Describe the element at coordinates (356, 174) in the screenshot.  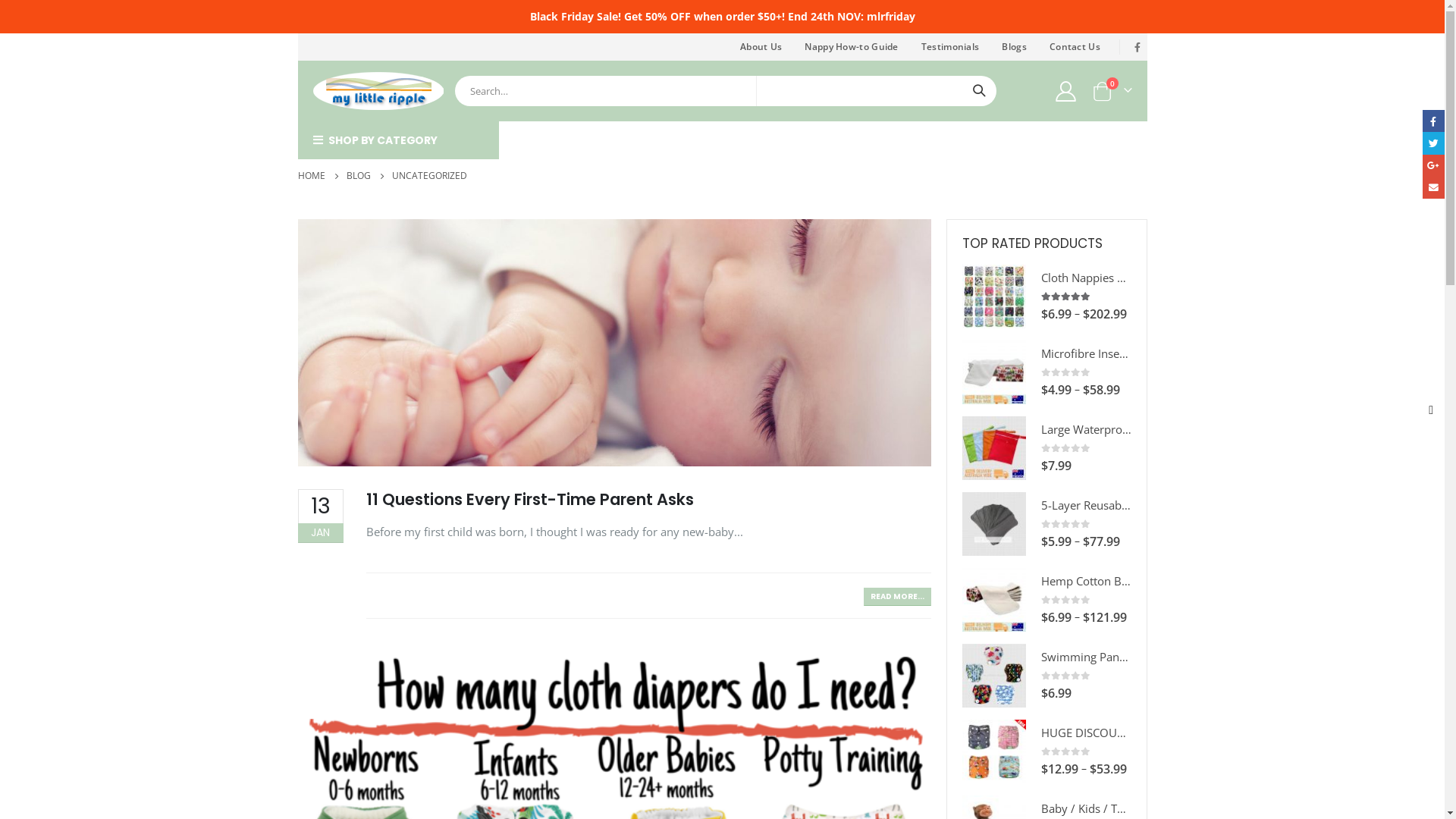
I see `'BLOG'` at that location.